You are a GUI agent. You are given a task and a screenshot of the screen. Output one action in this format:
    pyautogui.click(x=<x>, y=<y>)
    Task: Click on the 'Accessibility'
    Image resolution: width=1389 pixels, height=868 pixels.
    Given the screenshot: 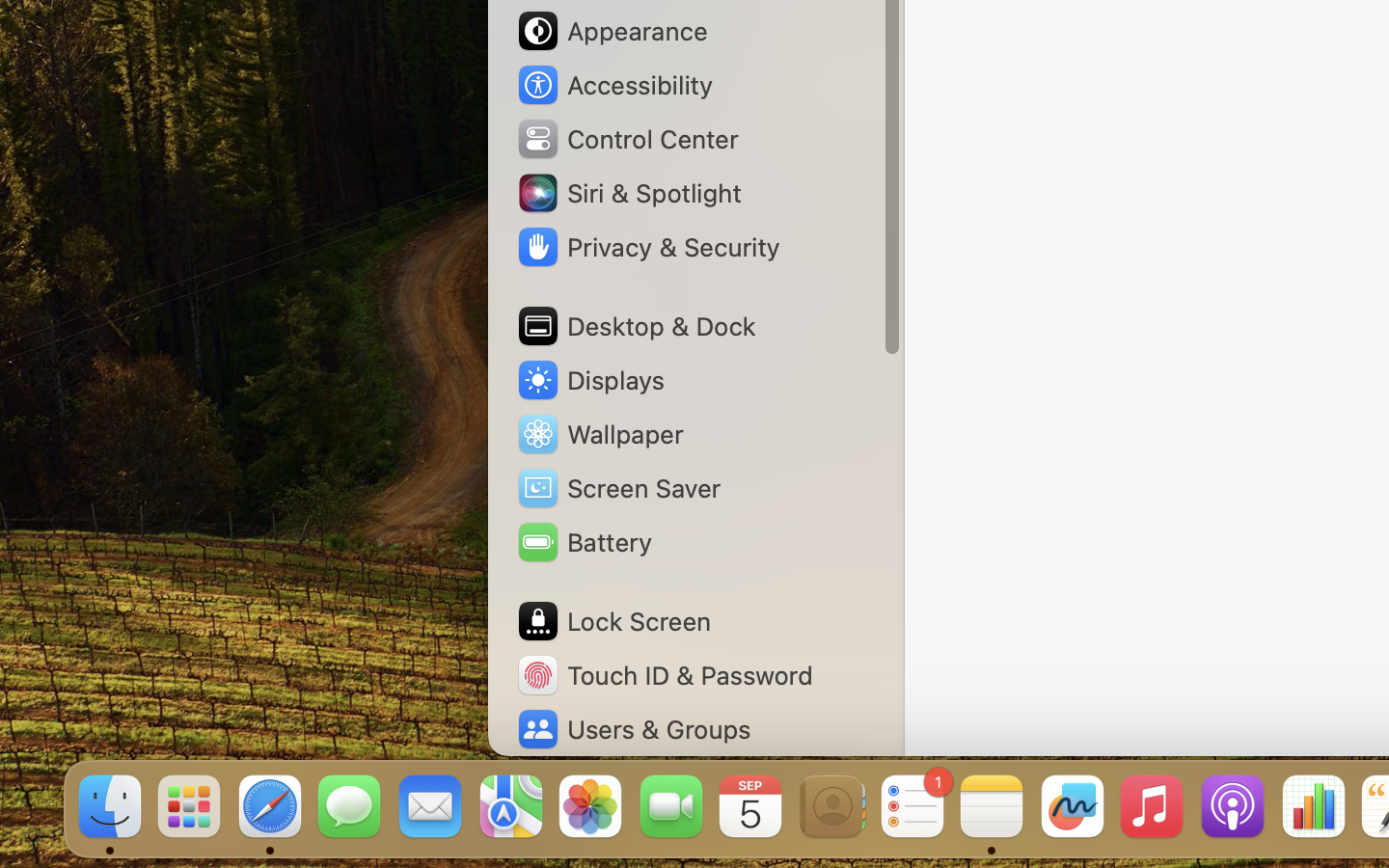 What is the action you would take?
    pyautogui.click(x=613, y=84)
    